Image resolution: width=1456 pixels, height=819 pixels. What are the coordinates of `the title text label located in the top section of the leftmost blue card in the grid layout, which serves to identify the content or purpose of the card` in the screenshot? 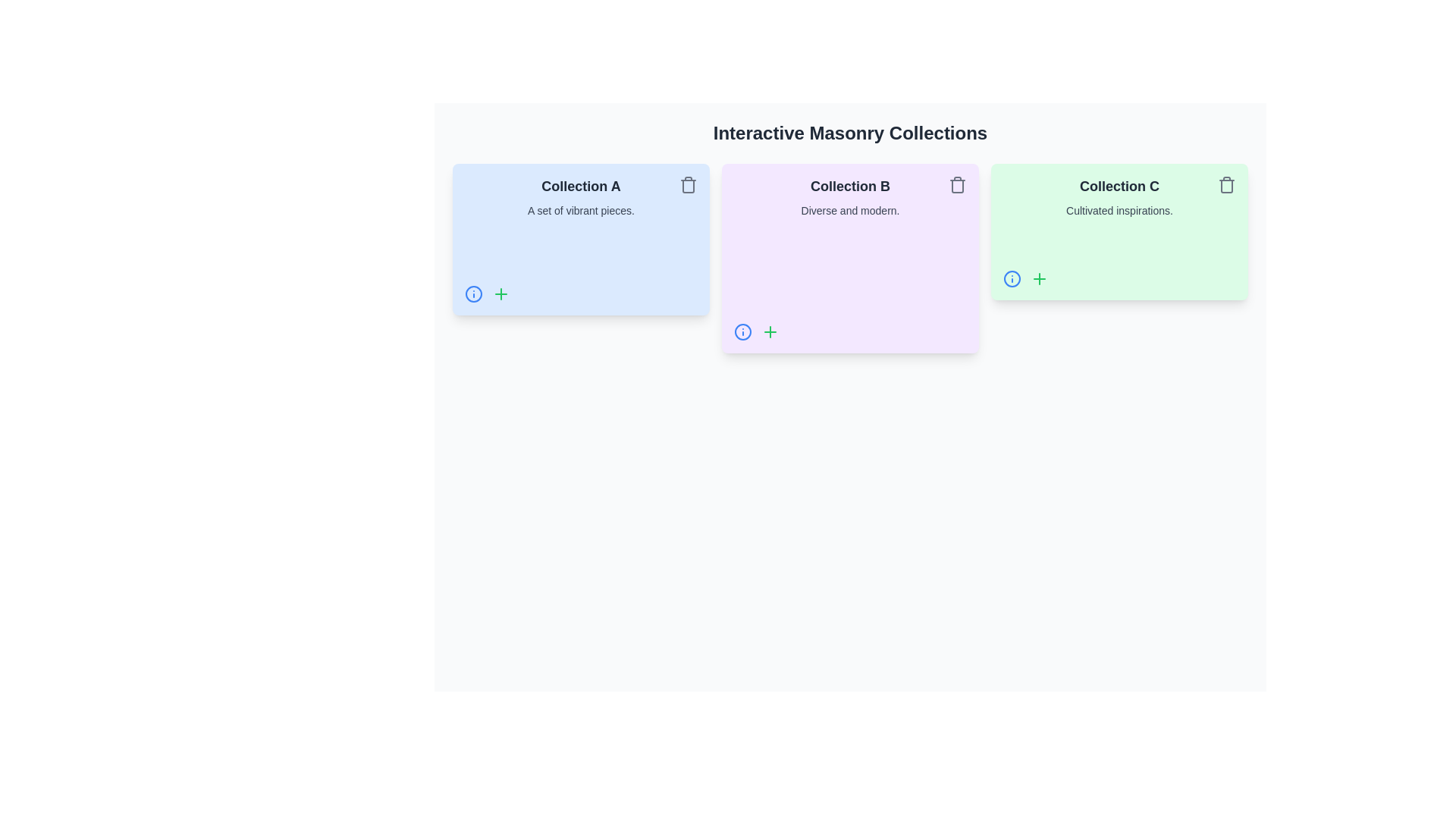 It's located at (580, 186).